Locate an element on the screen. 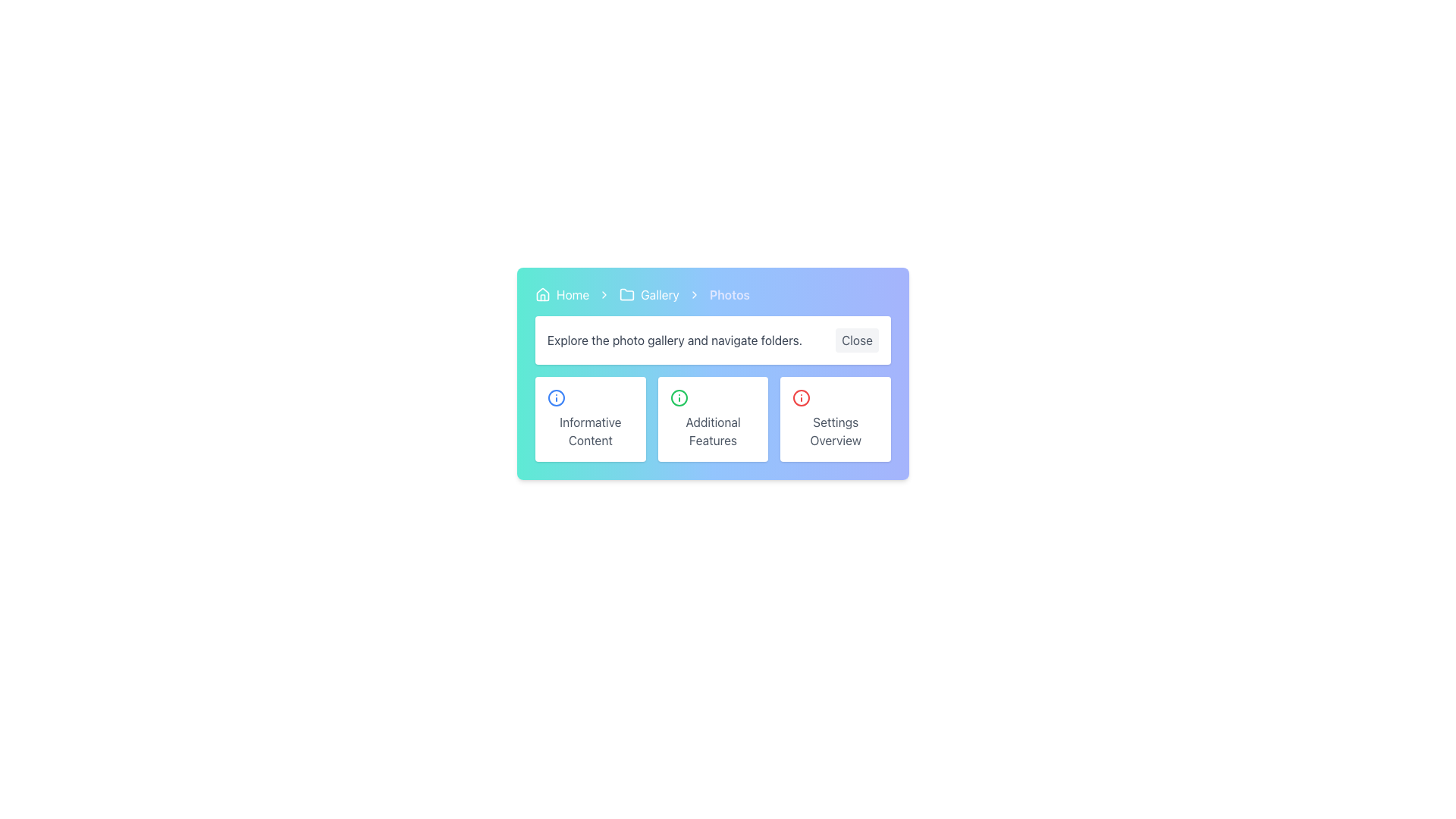  the house-shaped icon is located at coordinates (542, 295).